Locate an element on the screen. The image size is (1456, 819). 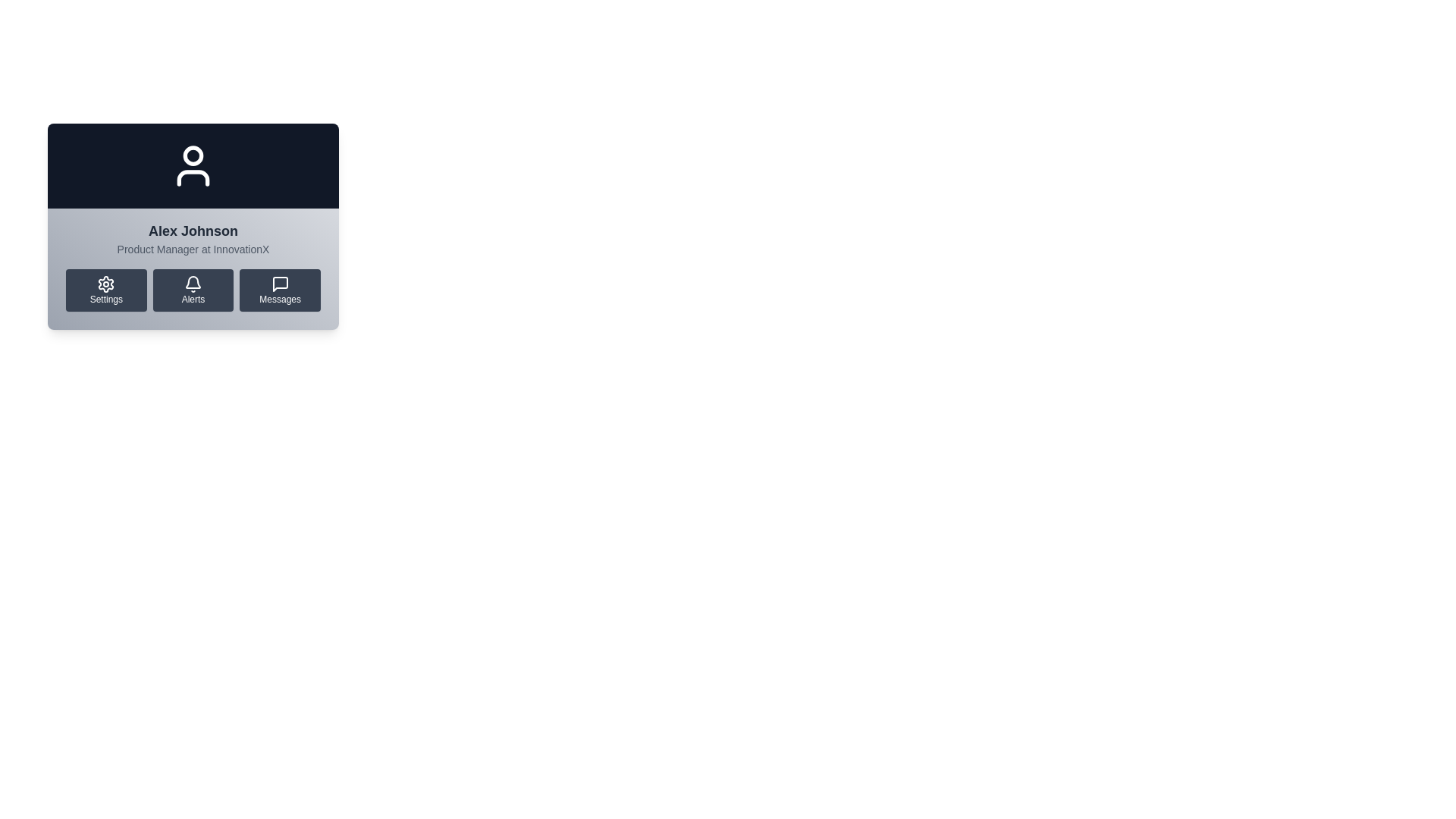
the gear icon button, which is the first button from the left in a row of three buttons at the bottom section of a user card component is located at coordinates (105, 284).